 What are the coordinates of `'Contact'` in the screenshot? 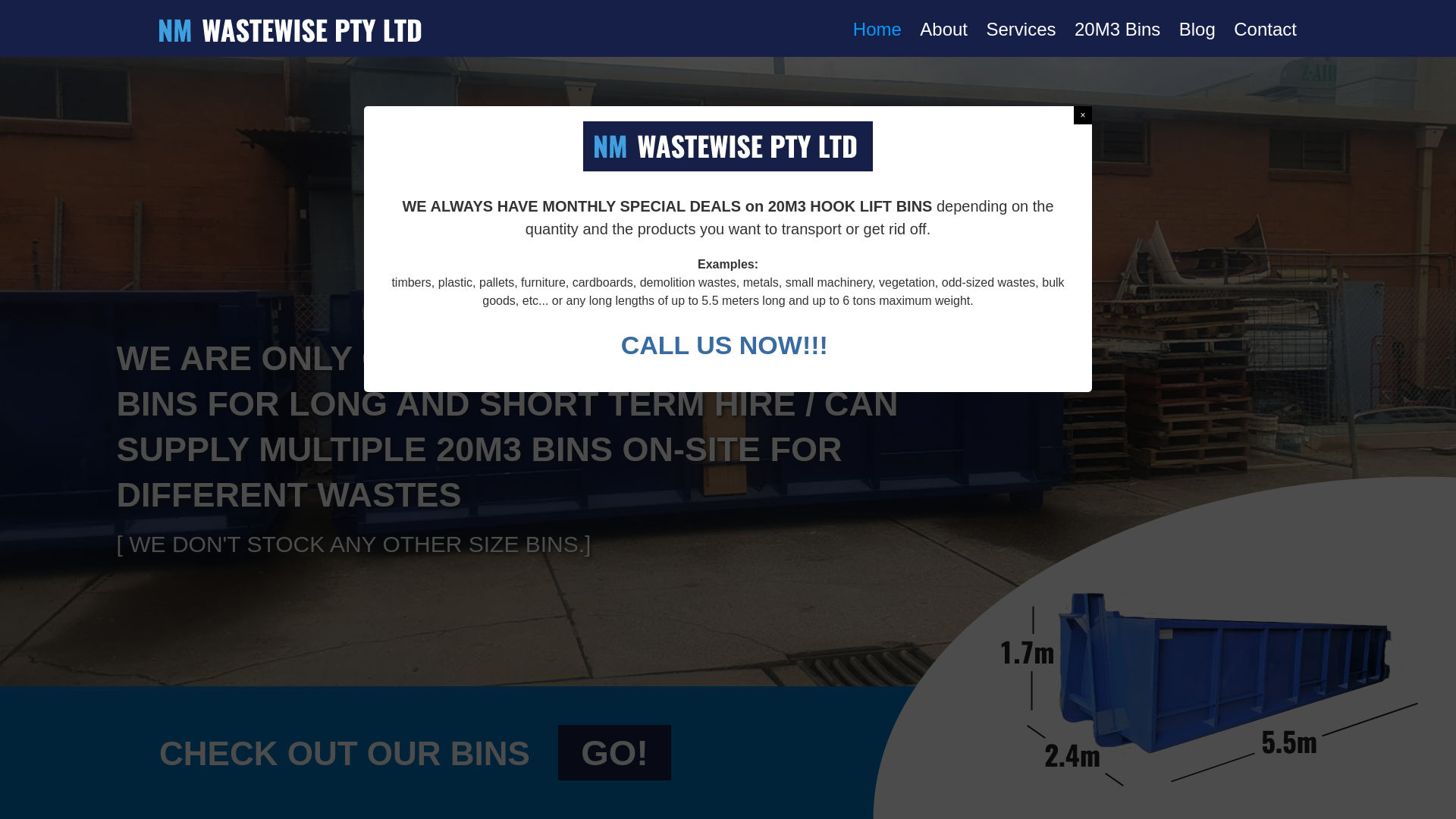 It's located at (1265, 29).